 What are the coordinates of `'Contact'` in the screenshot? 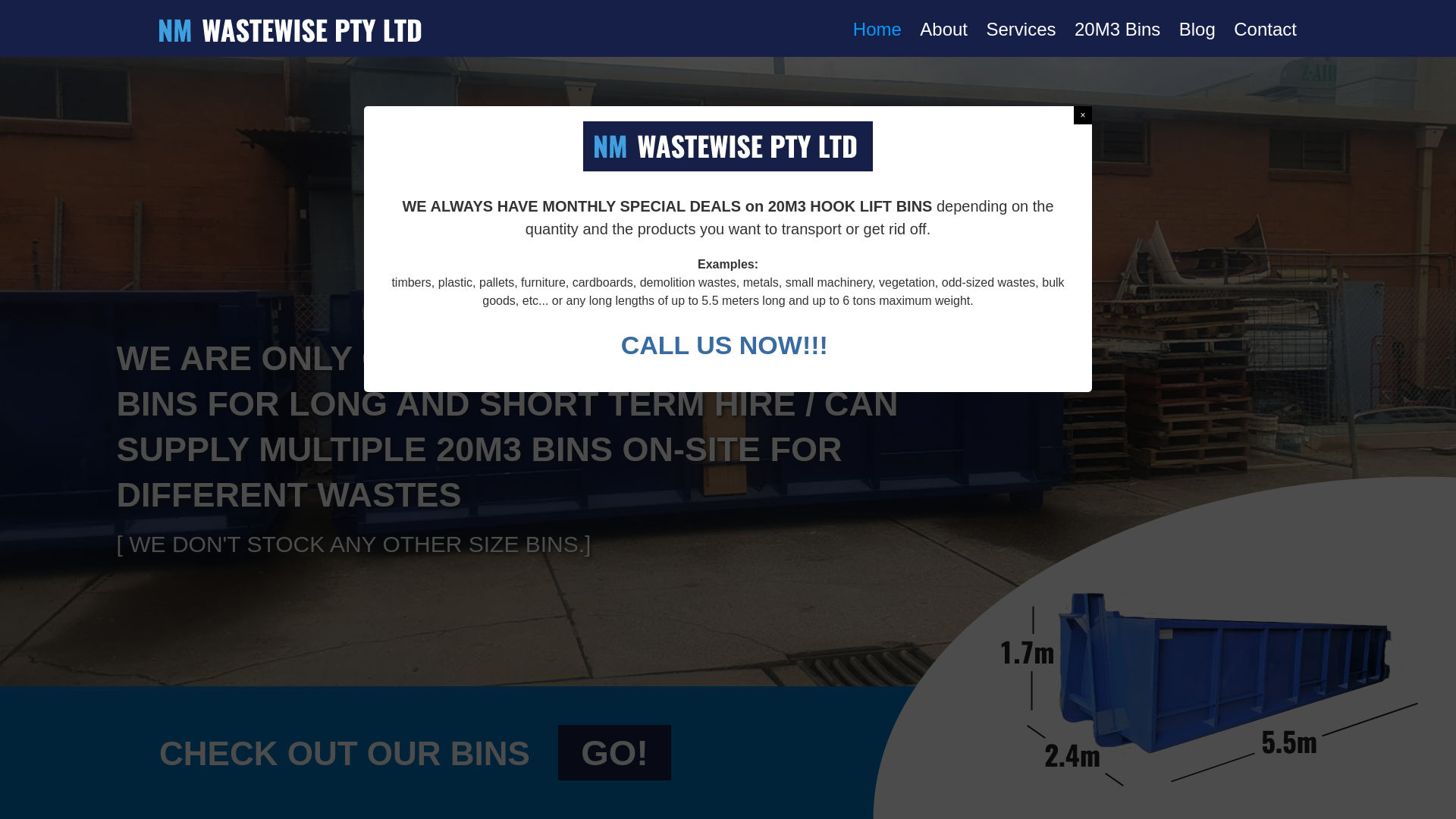 It's located at (1265, 29).